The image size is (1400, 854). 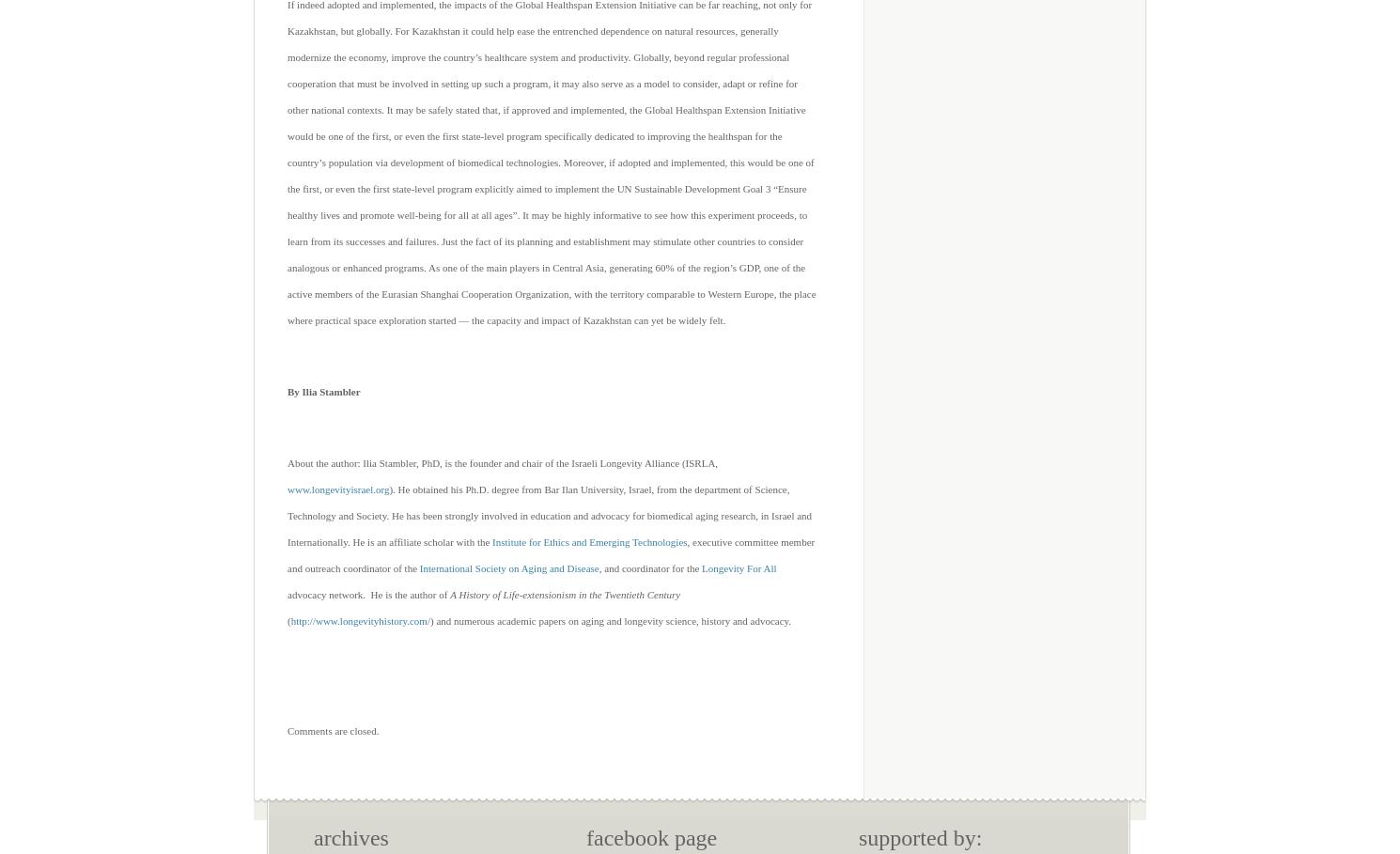 What do you see at coordinates (288, 620) in the screenshot?
I see `'('` at bounding box center [288, 620].